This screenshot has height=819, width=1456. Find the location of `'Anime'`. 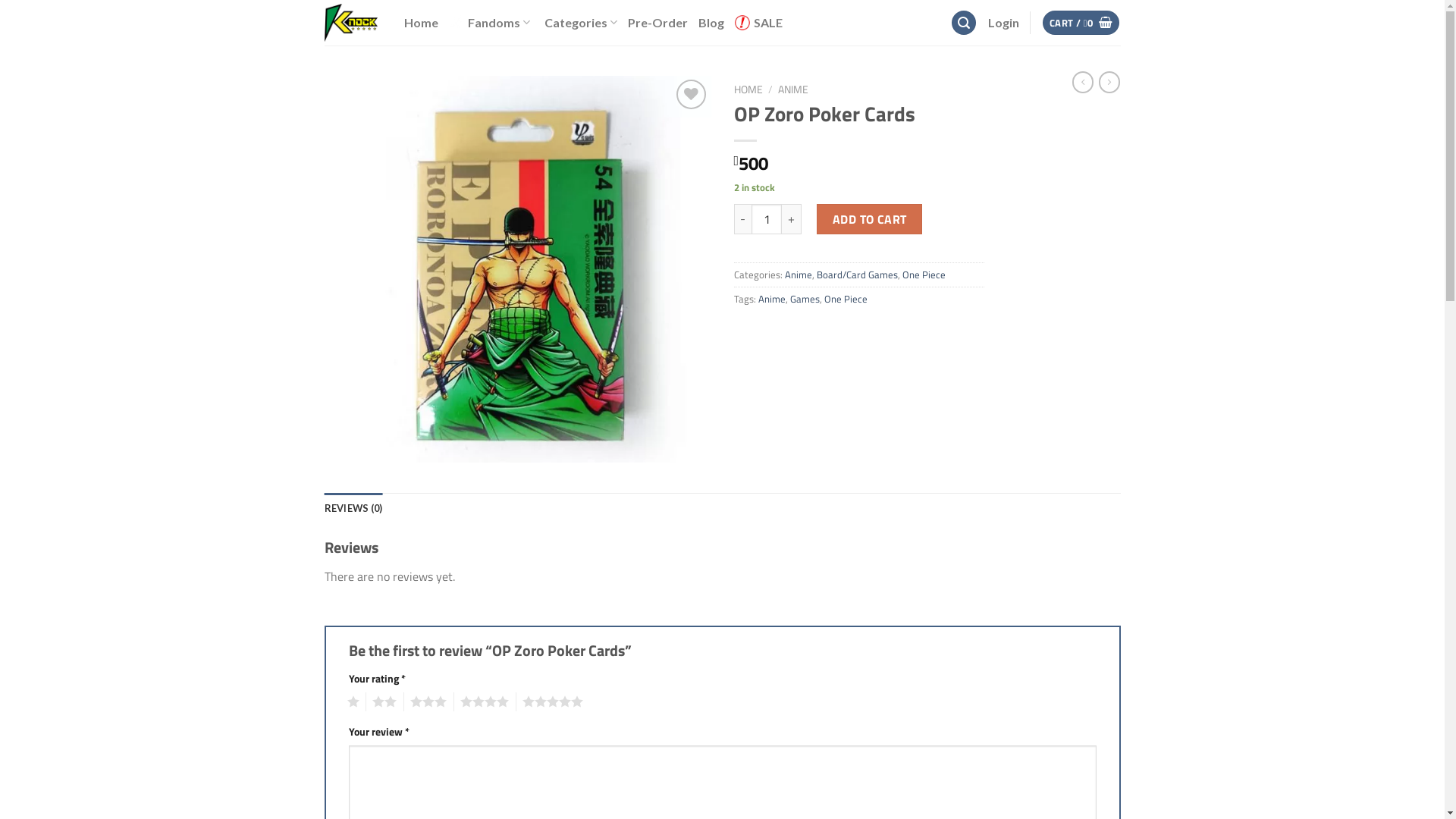

'Anime' is located at coordinates (758, 298).